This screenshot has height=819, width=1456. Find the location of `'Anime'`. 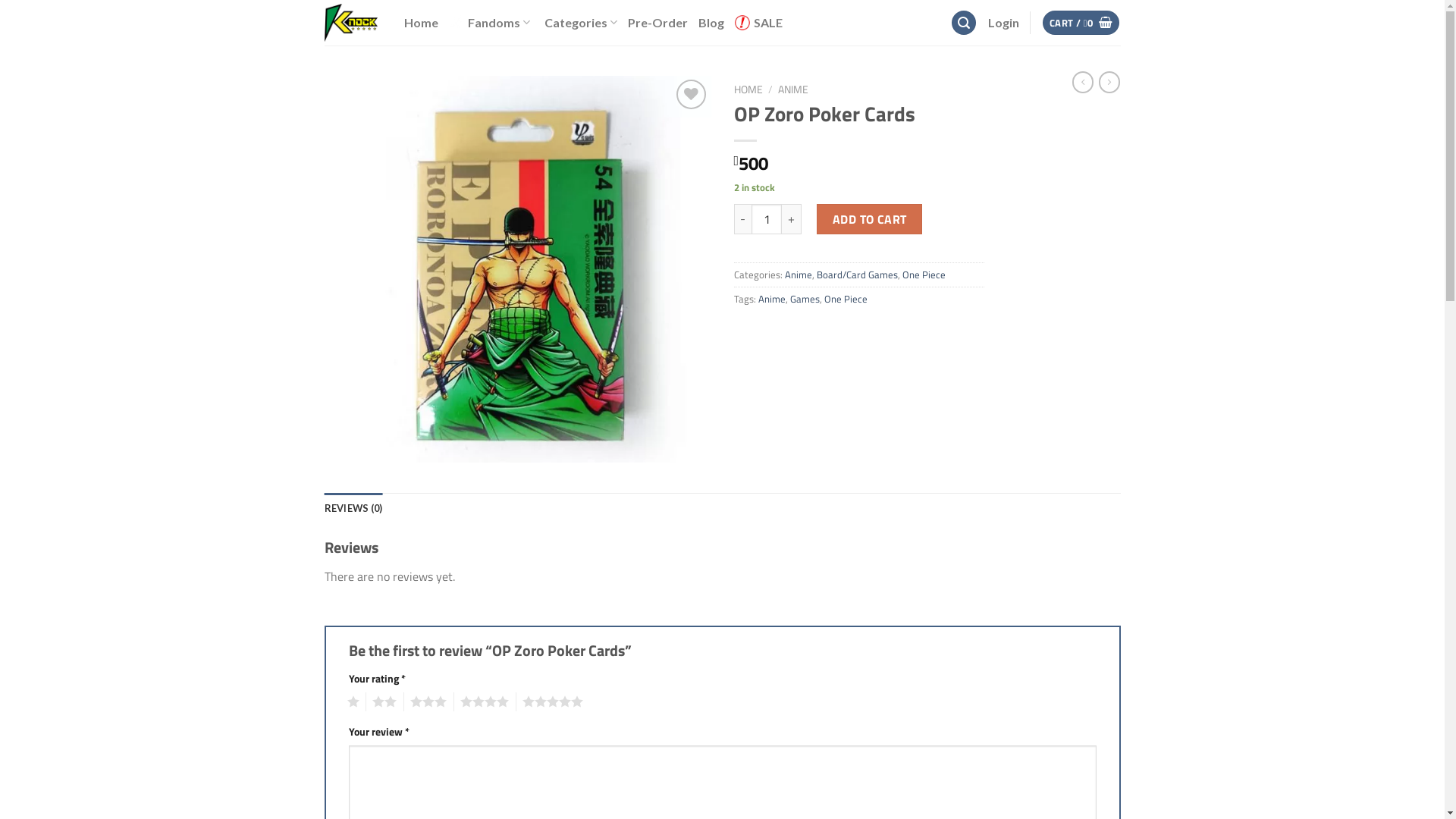

'Anime' is located at coordinates (758, 298).